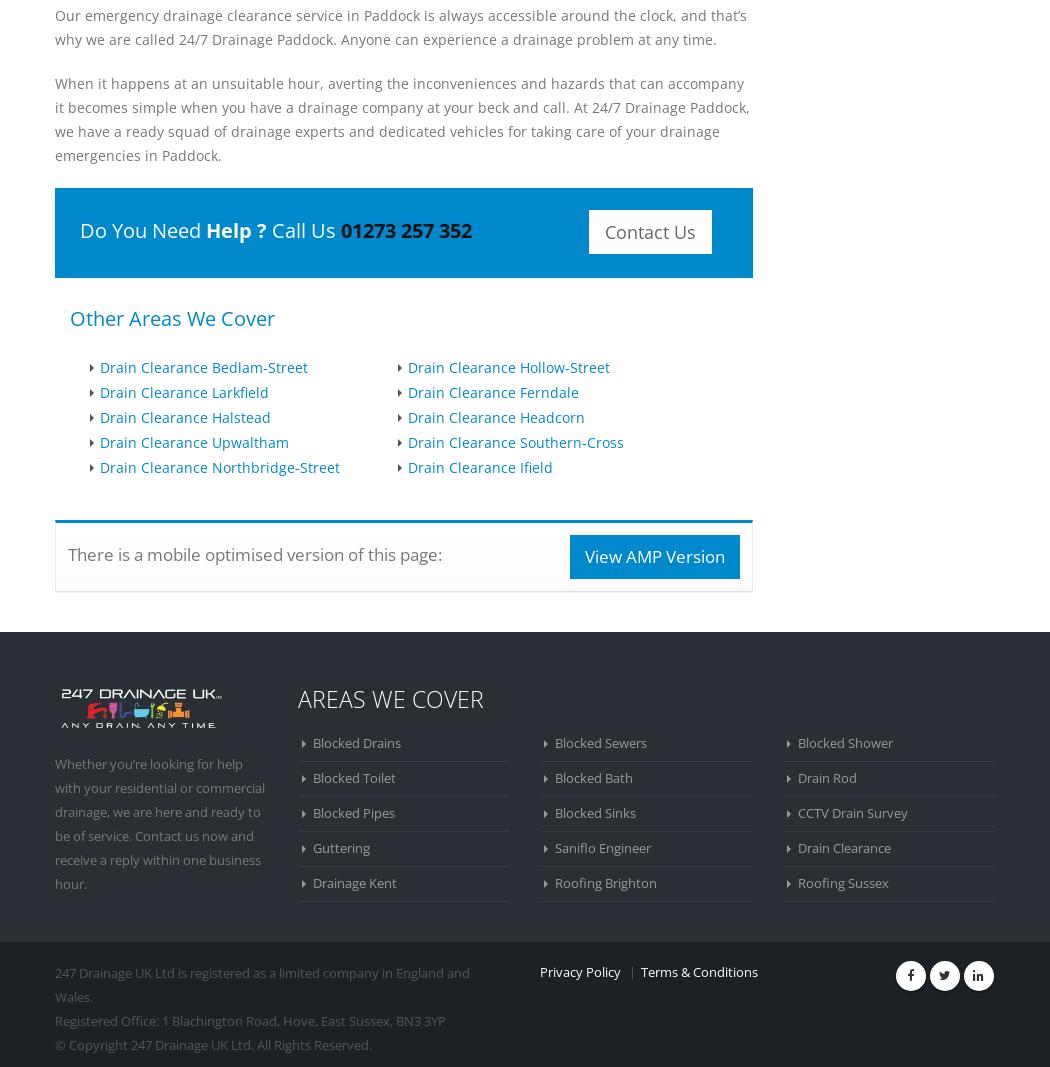 This screenshot has height=1067, width=1050. Describe the element at coordinates (352, 812) in the screenshot. I see `'Blocked Pipes'` at that location.